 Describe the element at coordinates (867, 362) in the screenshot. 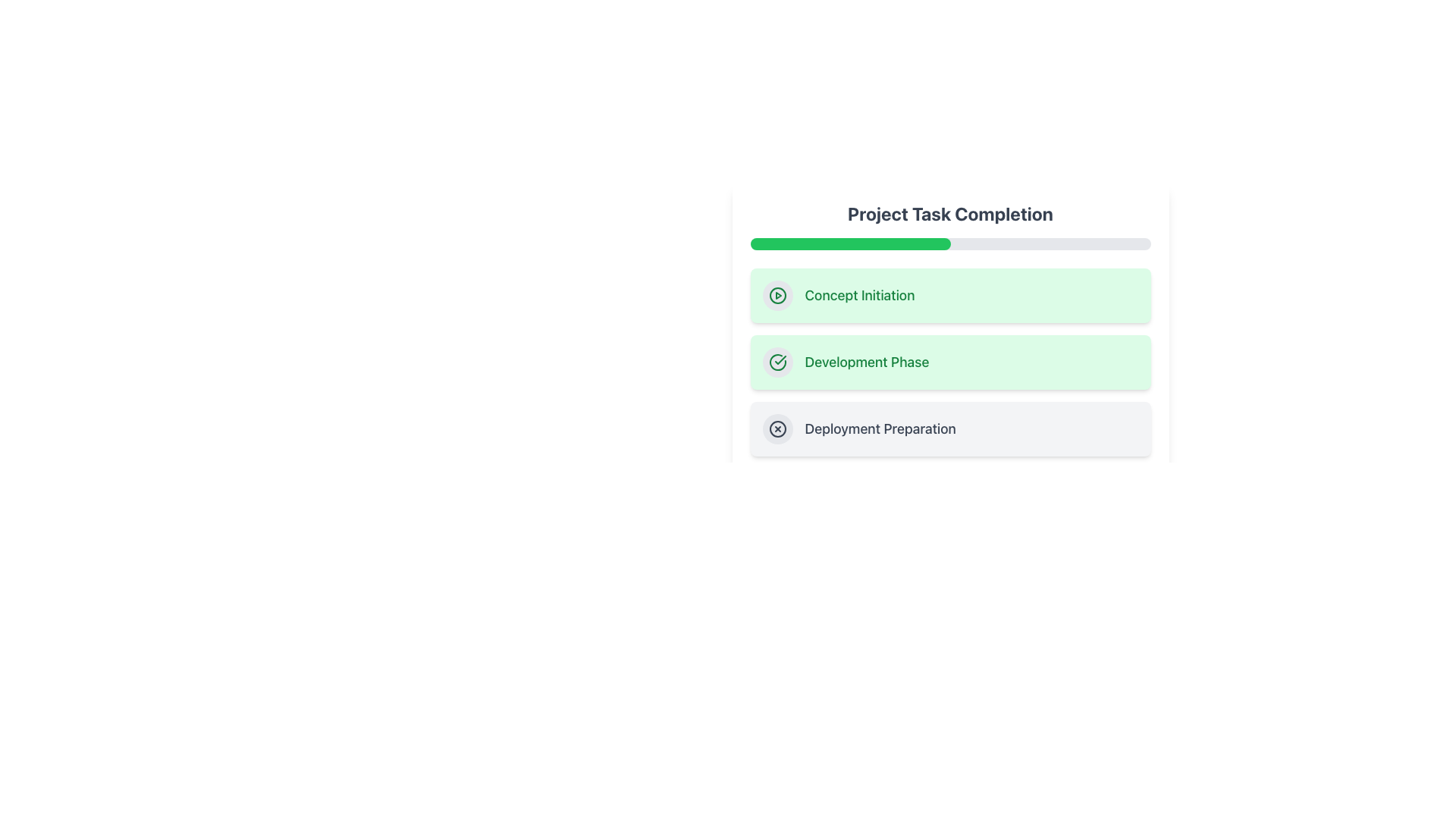

I see `the static label displaying 'Development Phase' in bold green font, which is the second entry in the vertical list of stages of progress` at that location.